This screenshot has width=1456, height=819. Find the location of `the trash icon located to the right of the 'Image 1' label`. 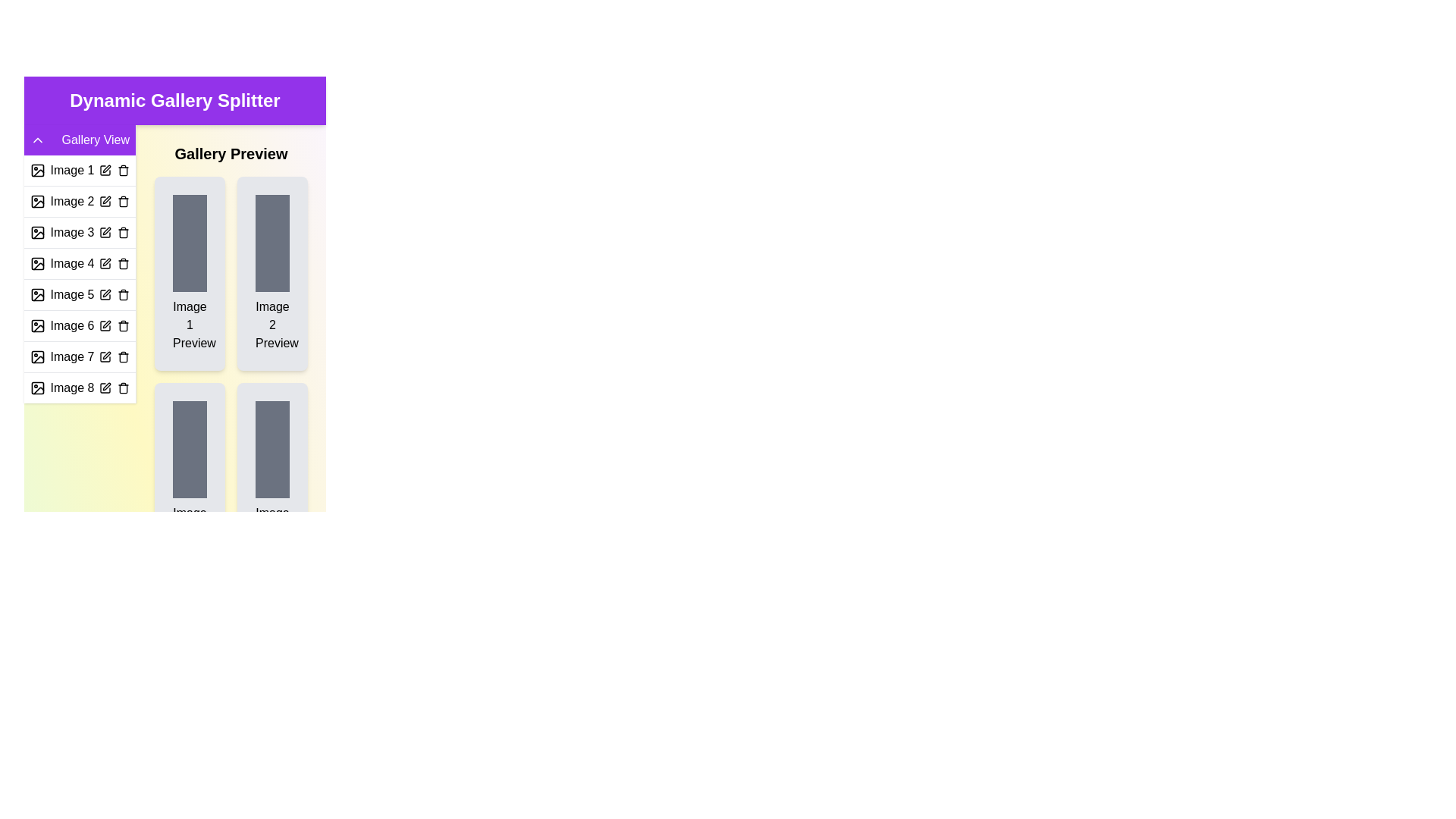

the trash icon located to the right of the 'Image 1' label is located at coordinates (124, 170).